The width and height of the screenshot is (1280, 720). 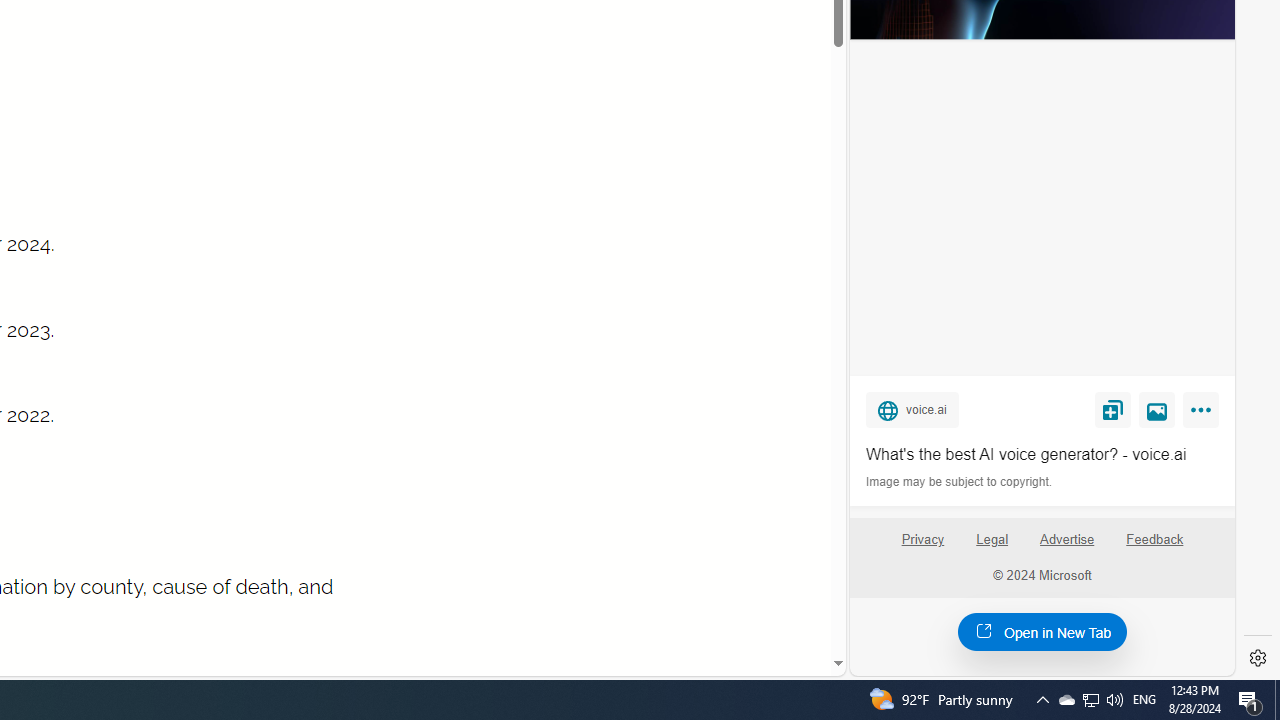 What do you see at coordinates (992, 538) in the screenshot?
I see `'Legal'` at bounding box center [992, 538].